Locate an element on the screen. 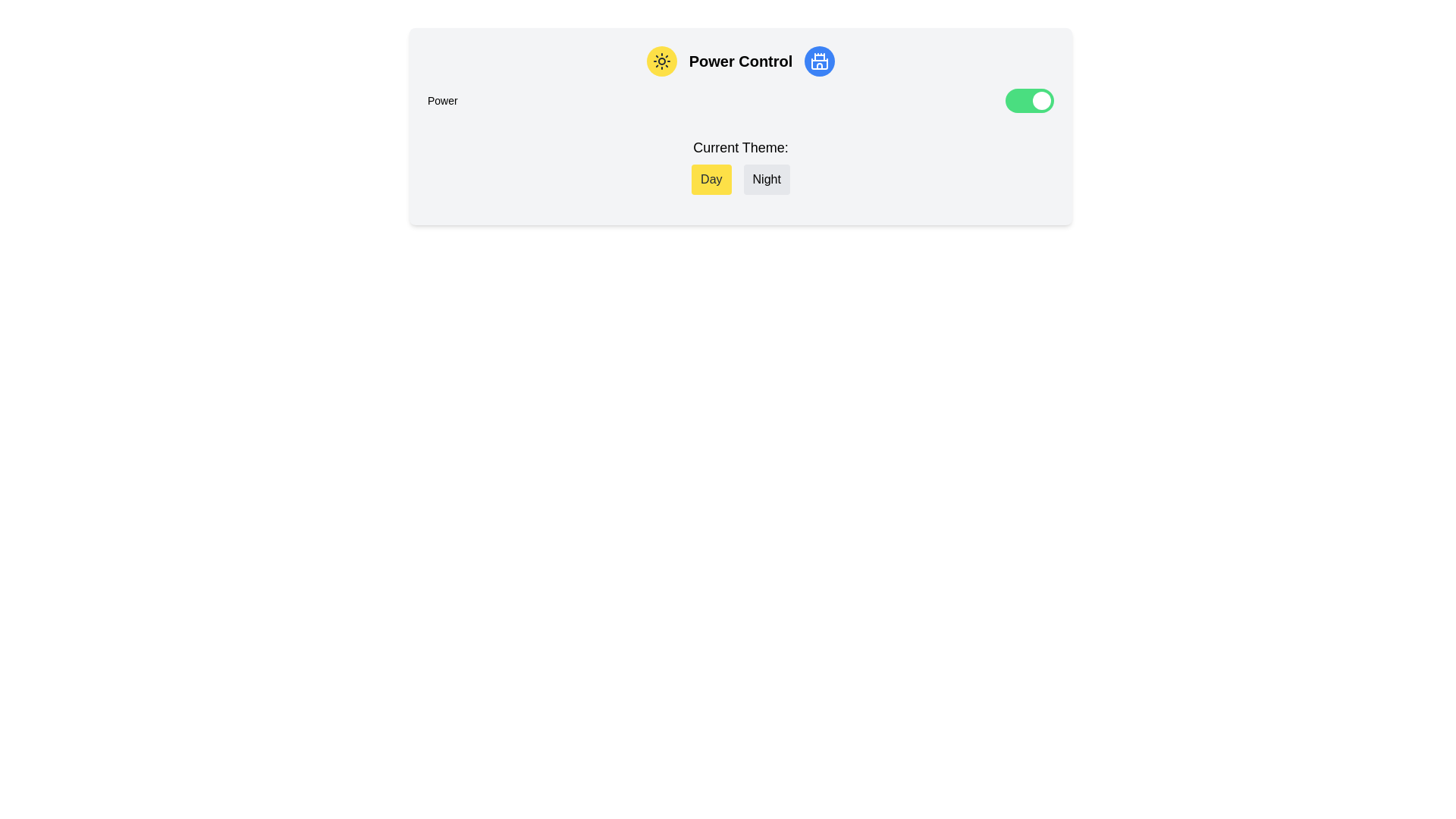 The image size is (1456, 819). the 'Power Control' label which features a yellow sun icon on the left and a blue castle icon on the right, located at the top-middle section of the interface is located at coordinates (740, 61).